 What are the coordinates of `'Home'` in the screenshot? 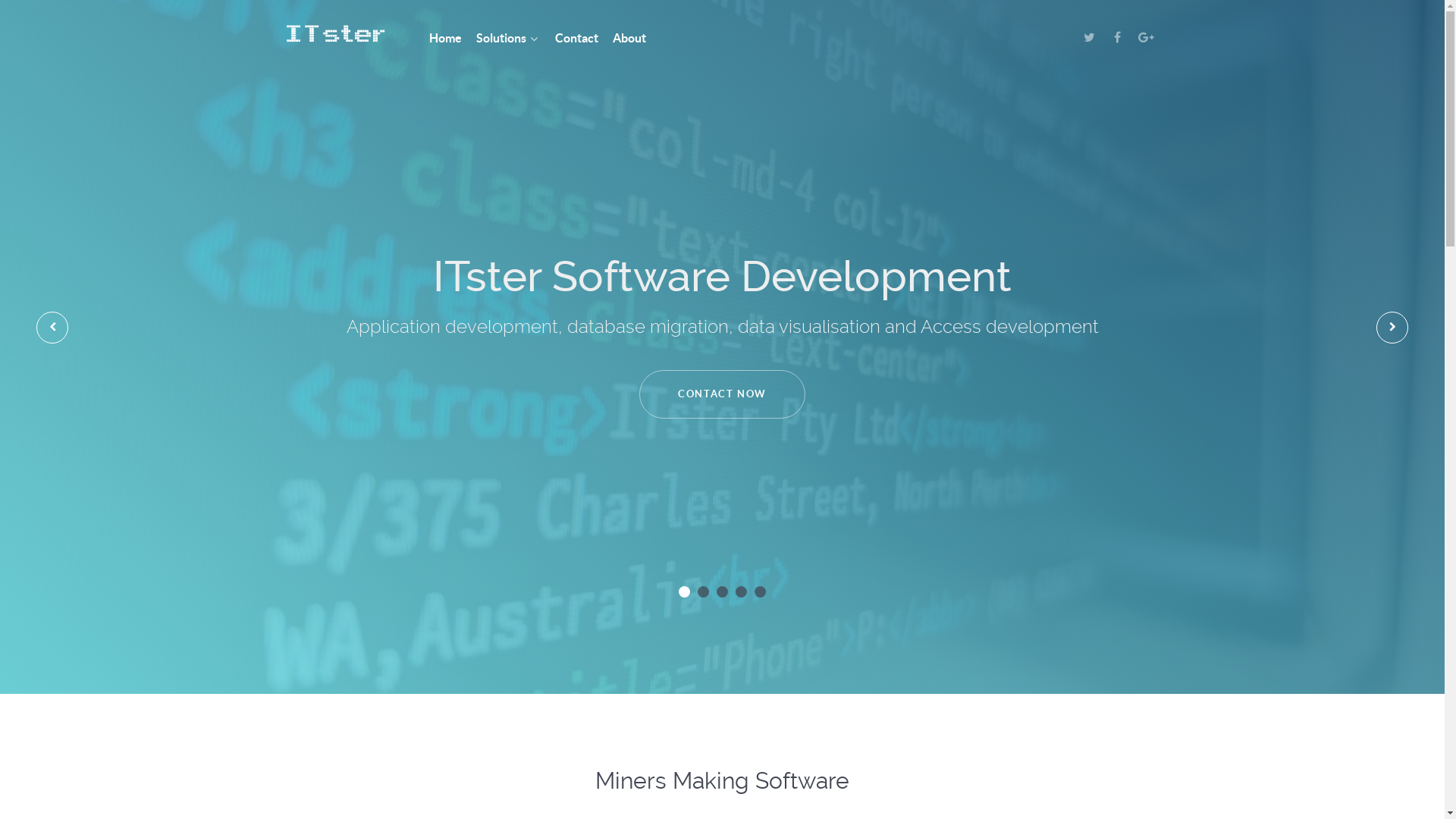 It's located at (444, 38).